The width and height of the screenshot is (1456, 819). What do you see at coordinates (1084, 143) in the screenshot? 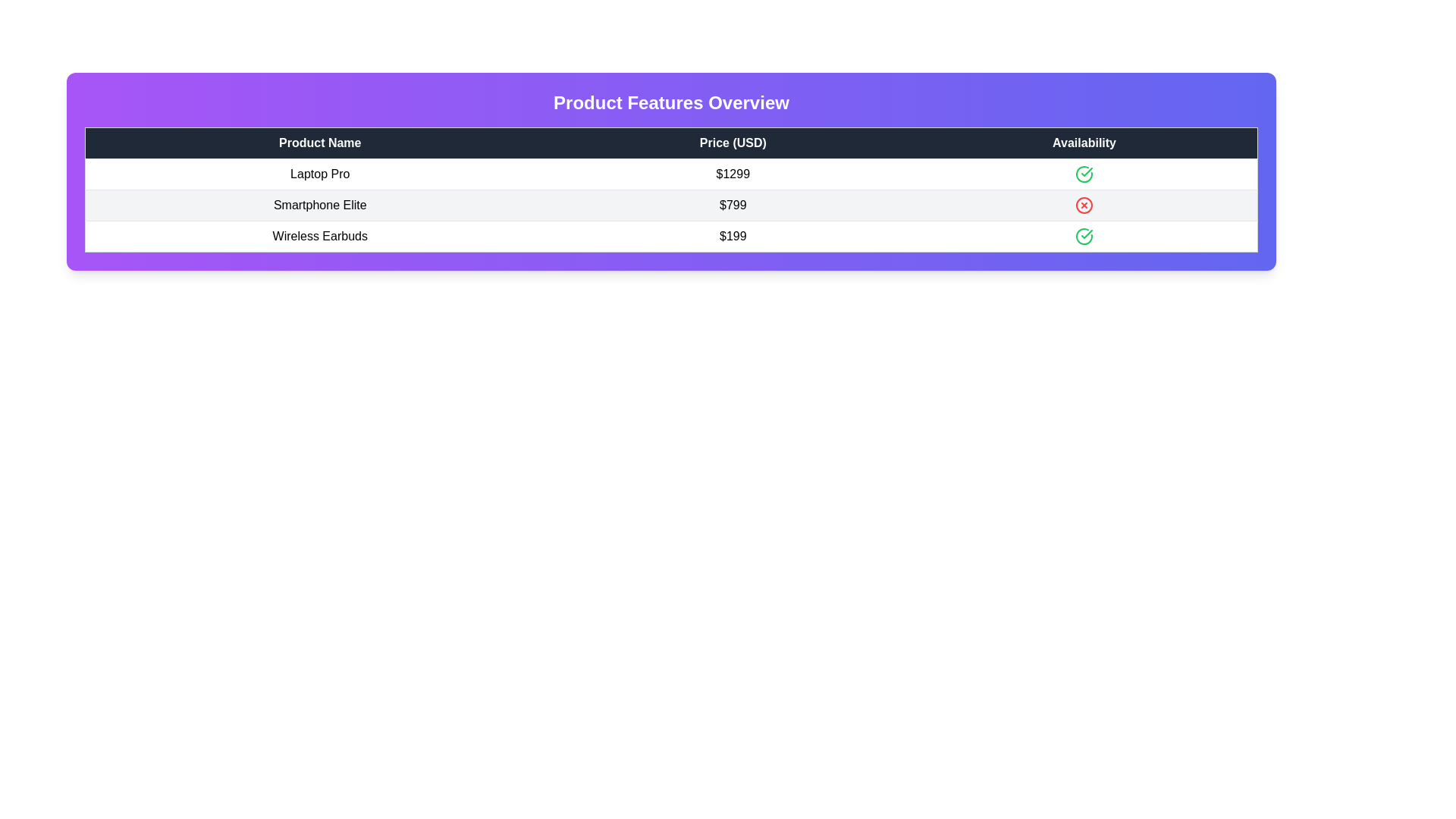
I see `the 'Availability' label located in the header row of the table, positioned in the third column` at bounding box center [1084, 143].